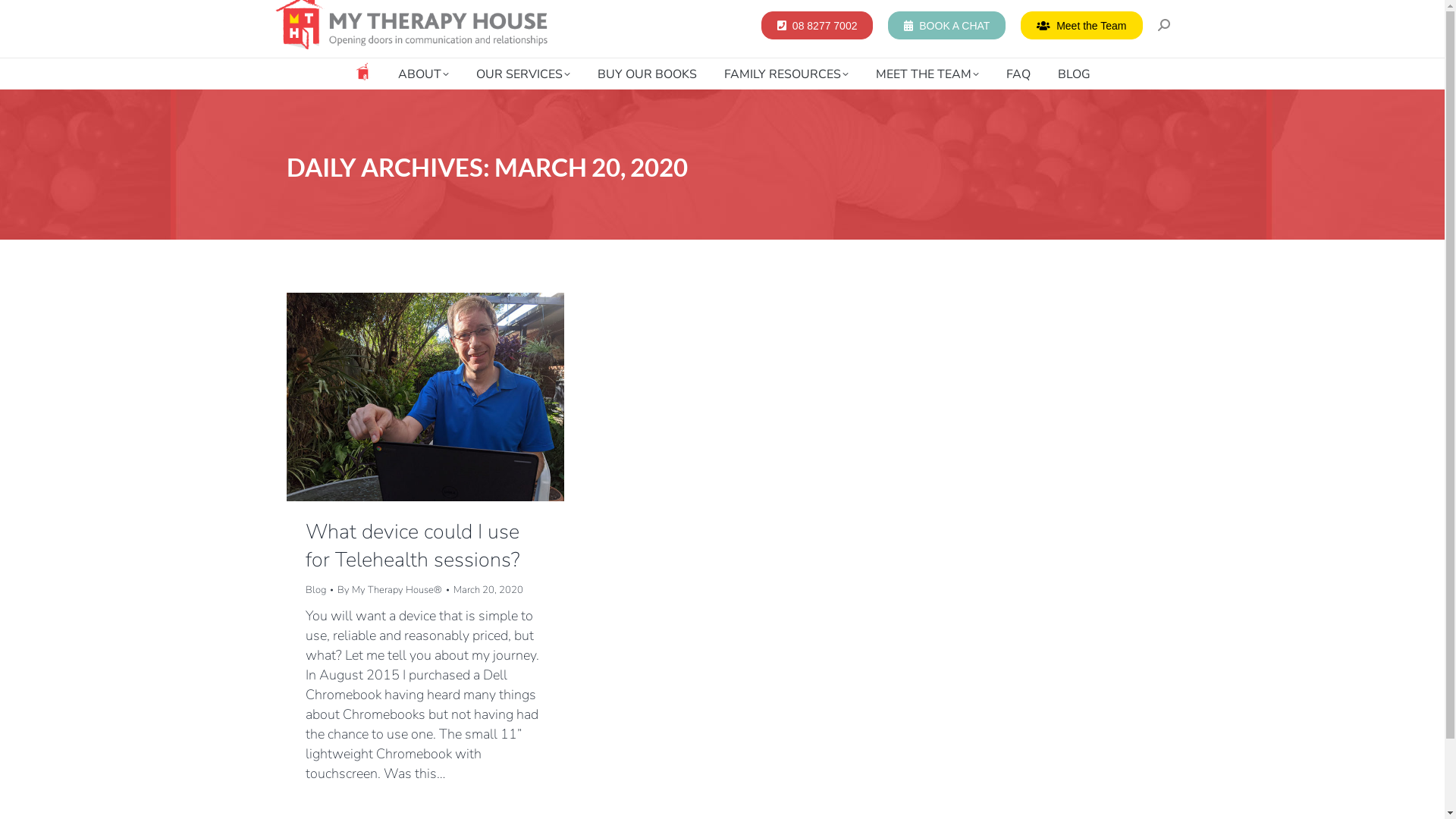  I want to click on '  08 8277 7002', so click(816, 24).